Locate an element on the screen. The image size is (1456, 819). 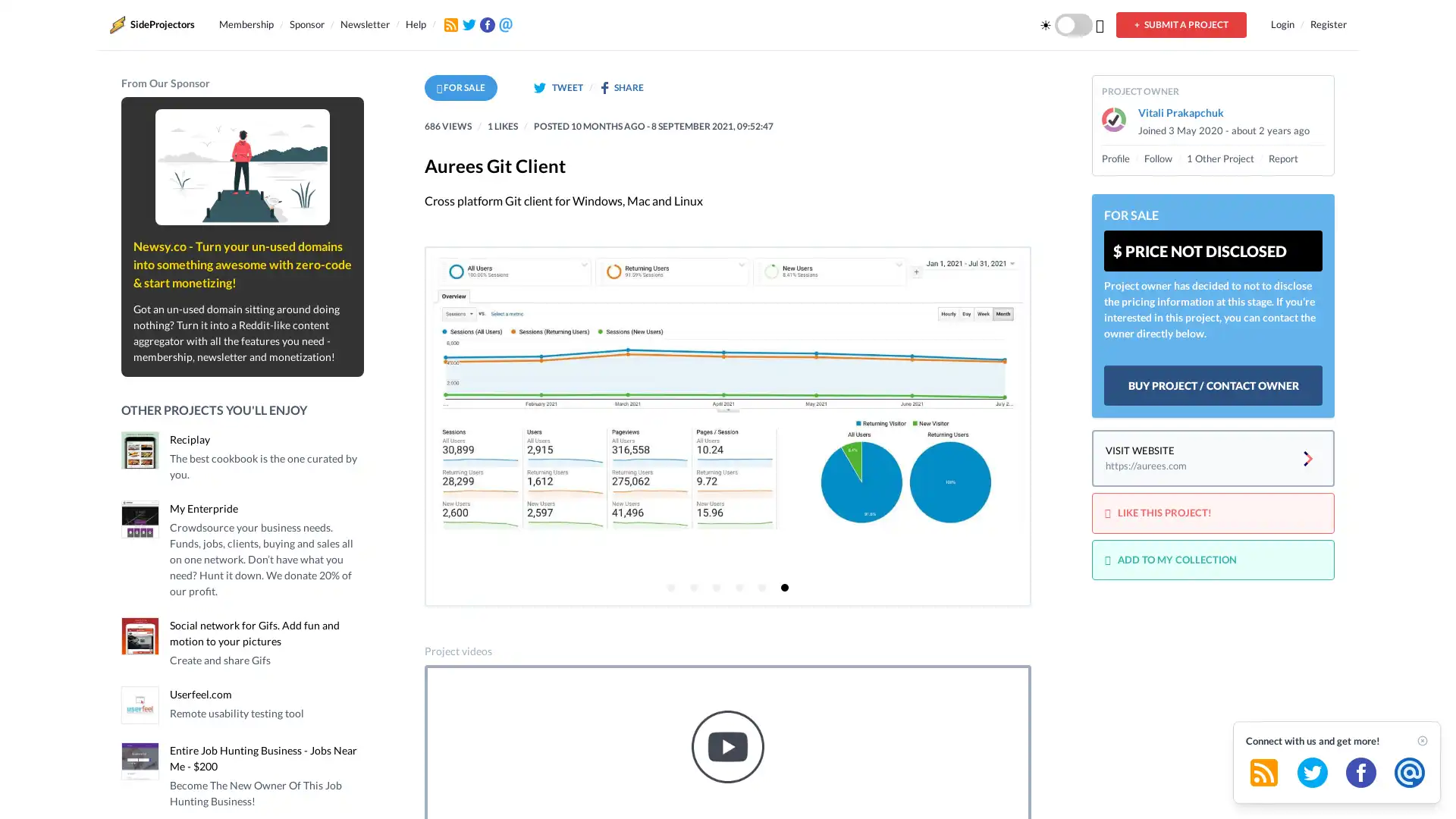
Next page is located at coordinates (1030, 426).